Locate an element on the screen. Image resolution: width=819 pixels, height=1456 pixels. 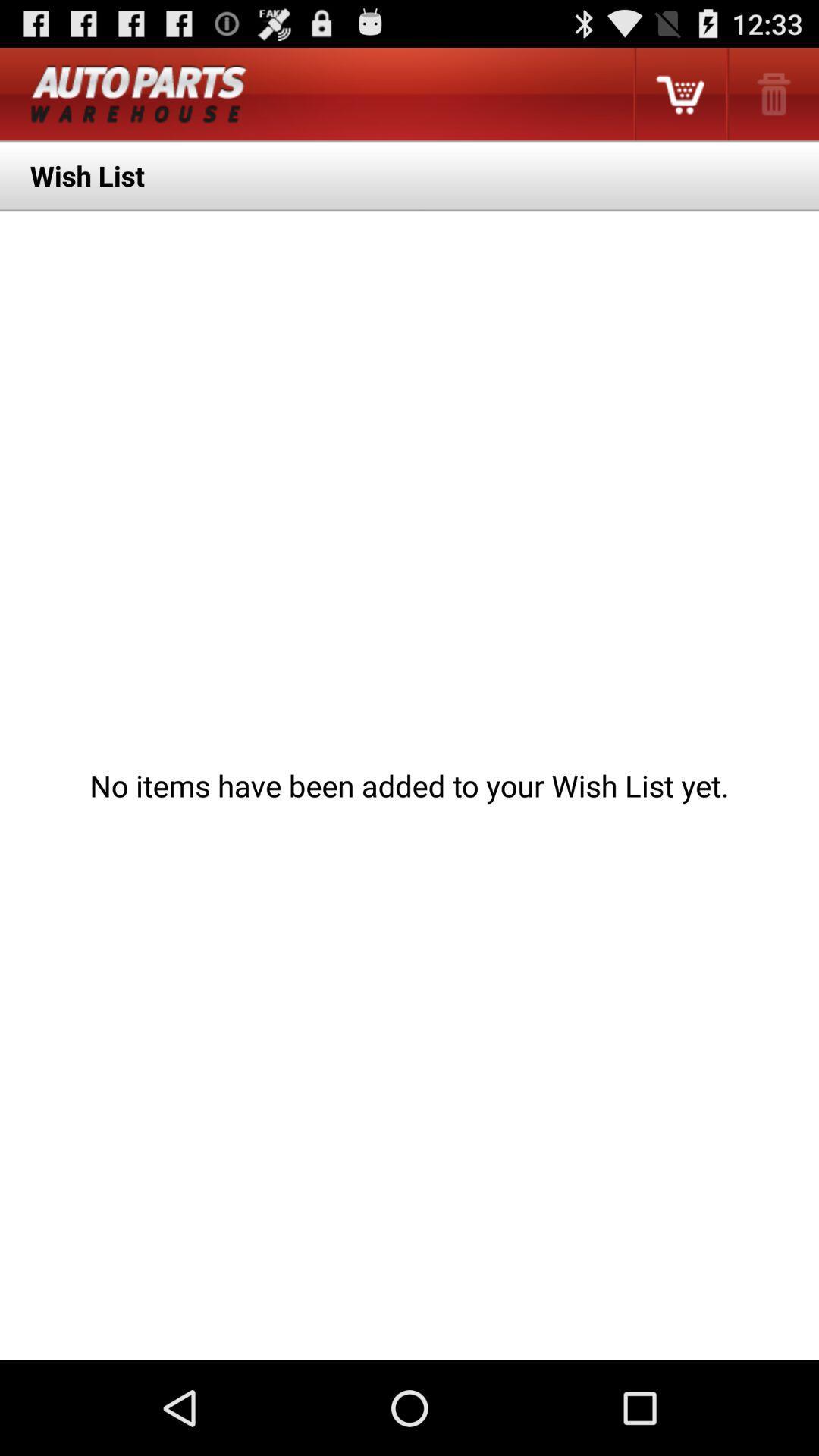
the cart icon is located at coordinates (679, 99).